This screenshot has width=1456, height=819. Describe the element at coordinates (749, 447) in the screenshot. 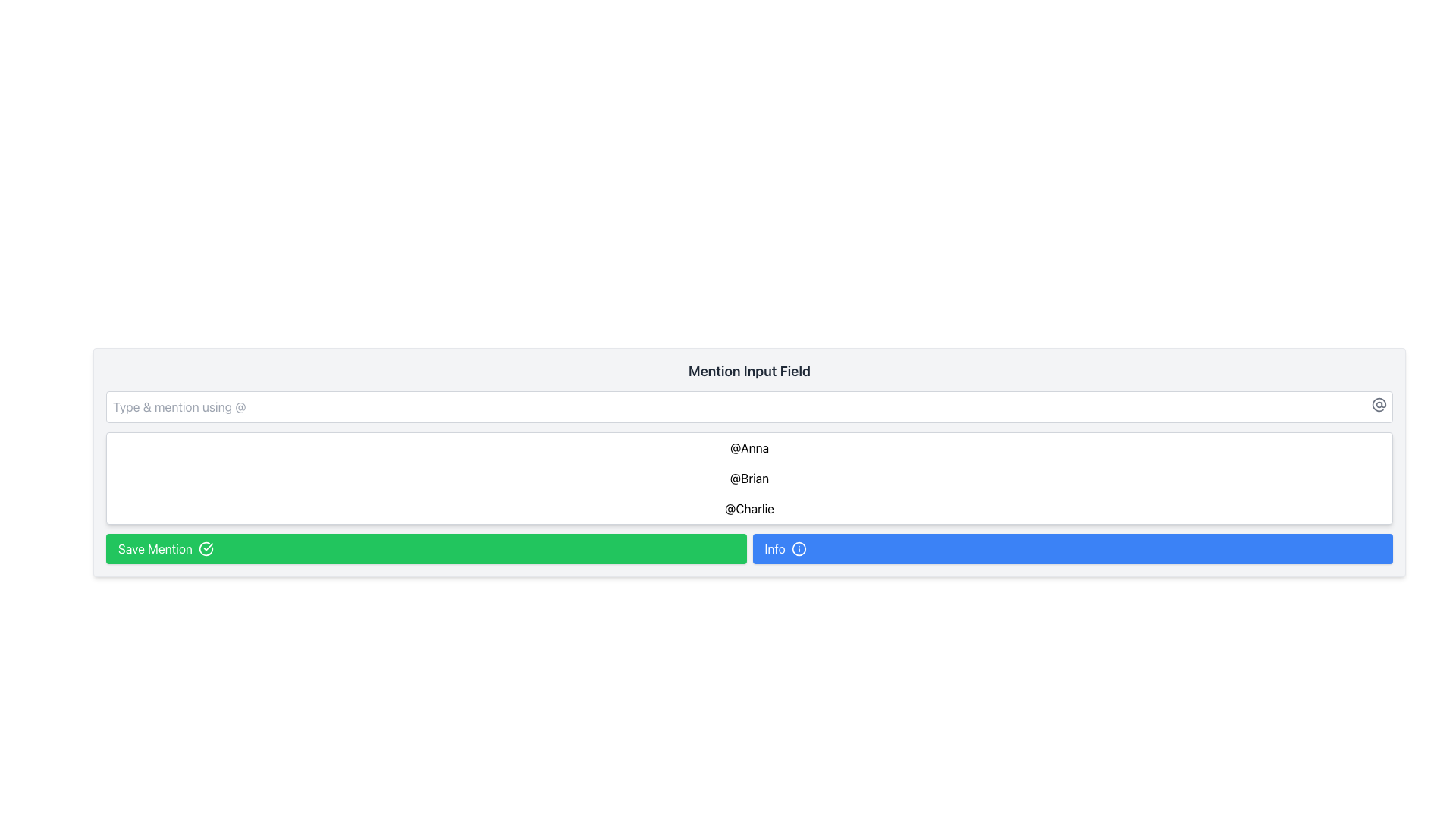

I see `to select the text option '@Anna' from the dropdown list, which is the first item among three options, styled with a hover effect` at that location.